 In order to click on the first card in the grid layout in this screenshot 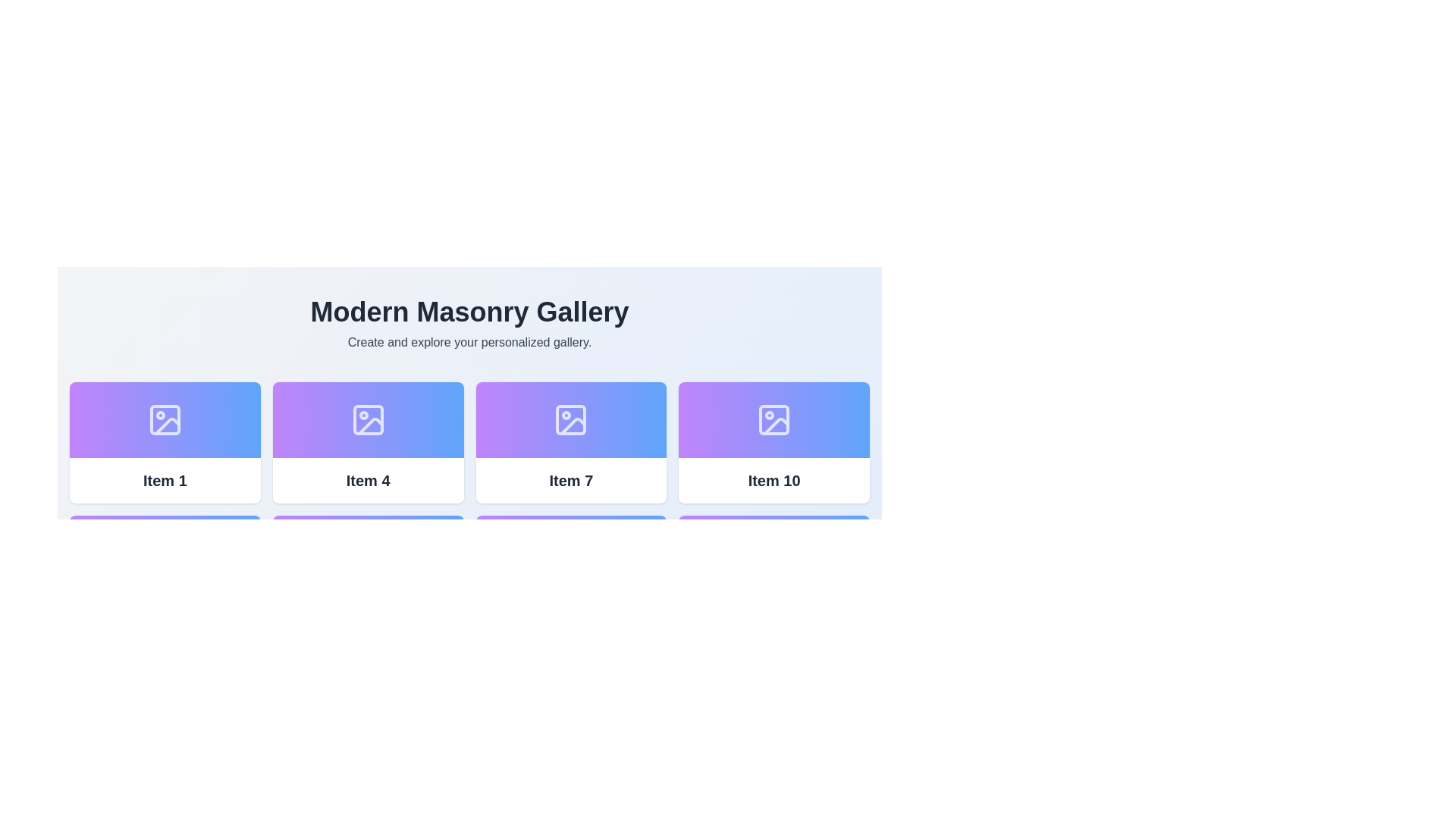, I will do `click(165, 442)`.